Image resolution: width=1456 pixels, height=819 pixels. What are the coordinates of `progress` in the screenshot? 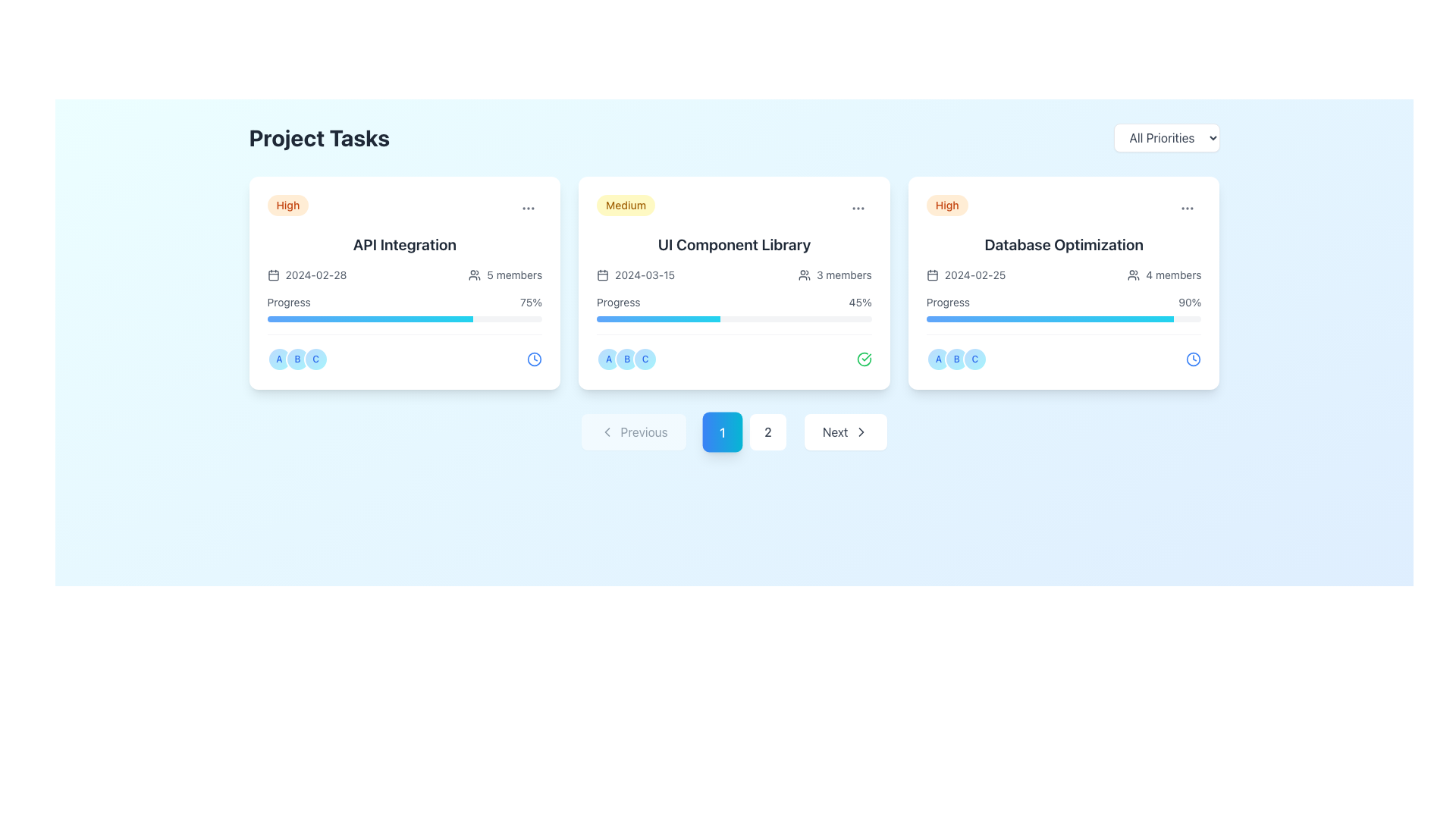 It's located at (1119, 318).